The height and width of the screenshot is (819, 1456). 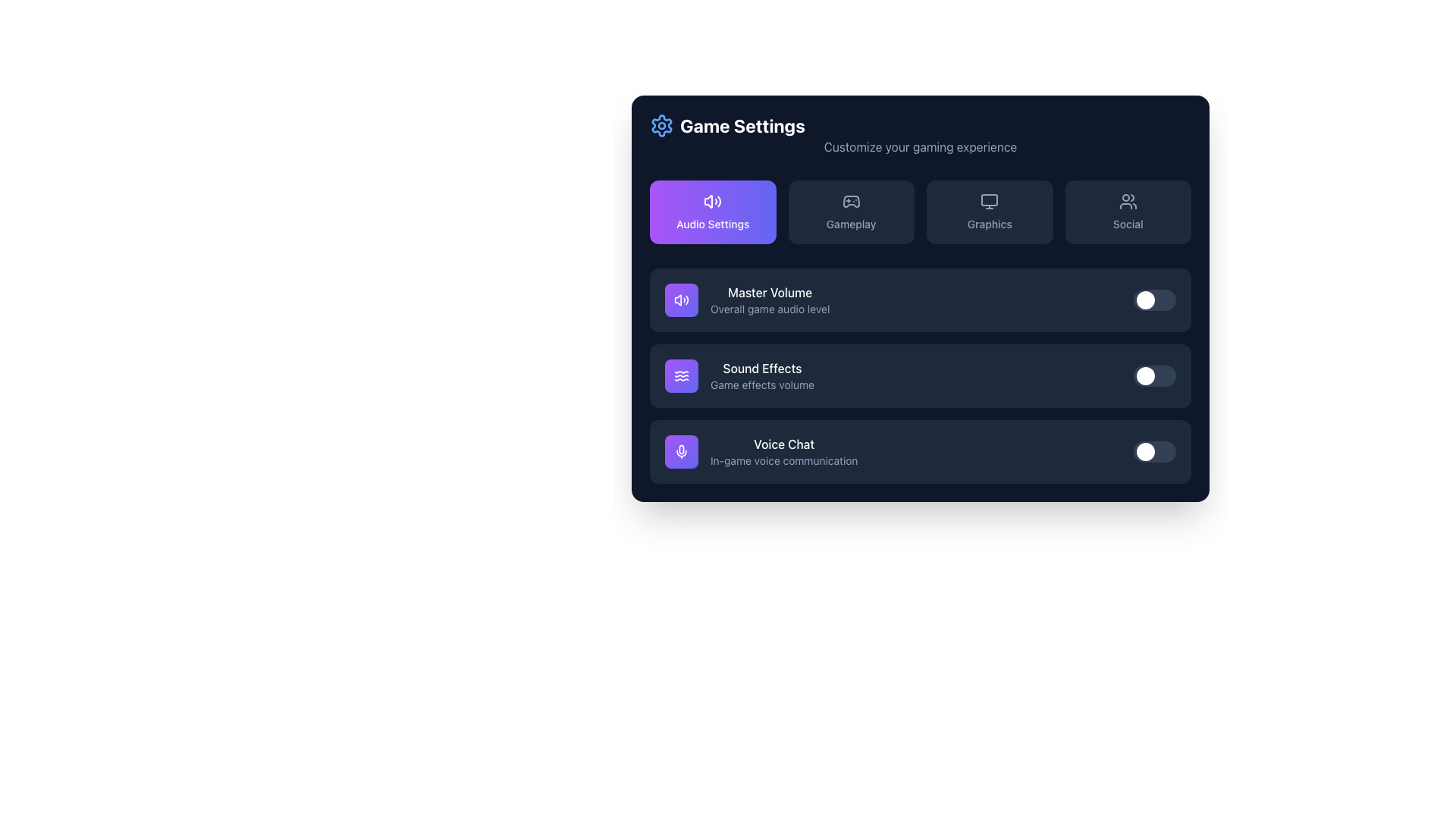 I want to click on the descriptive text label for the 'Master Volume' setting located in the audio settings panel, positioned directly beneath the 'Master Volume' label, so click(x=770, y=309).